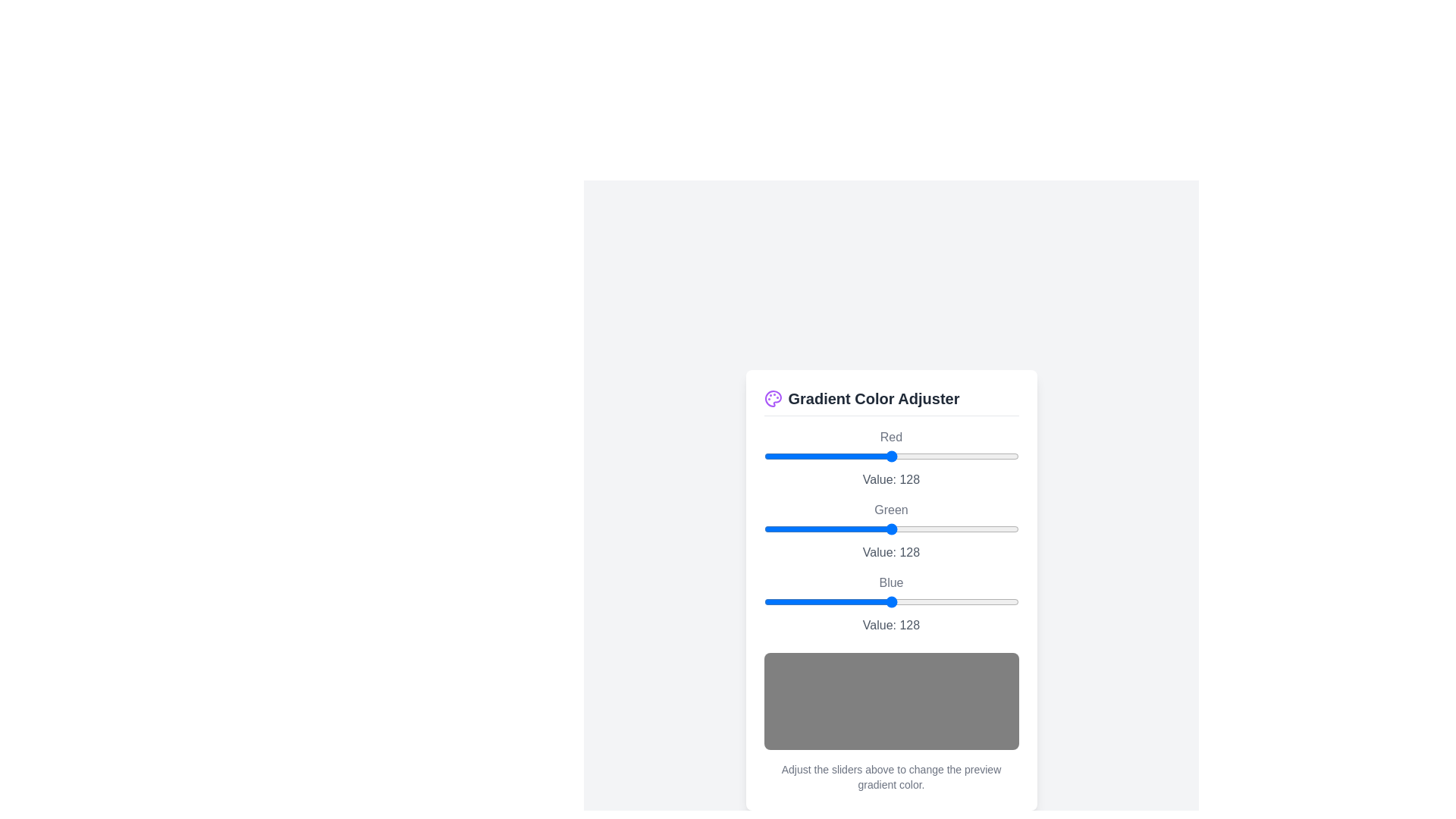 The height and width of the screenshot is (819, 1456). Describe the element at coordinates (788, 455) in the screenshot. I see `the red slider to set its value to 24` at that location.